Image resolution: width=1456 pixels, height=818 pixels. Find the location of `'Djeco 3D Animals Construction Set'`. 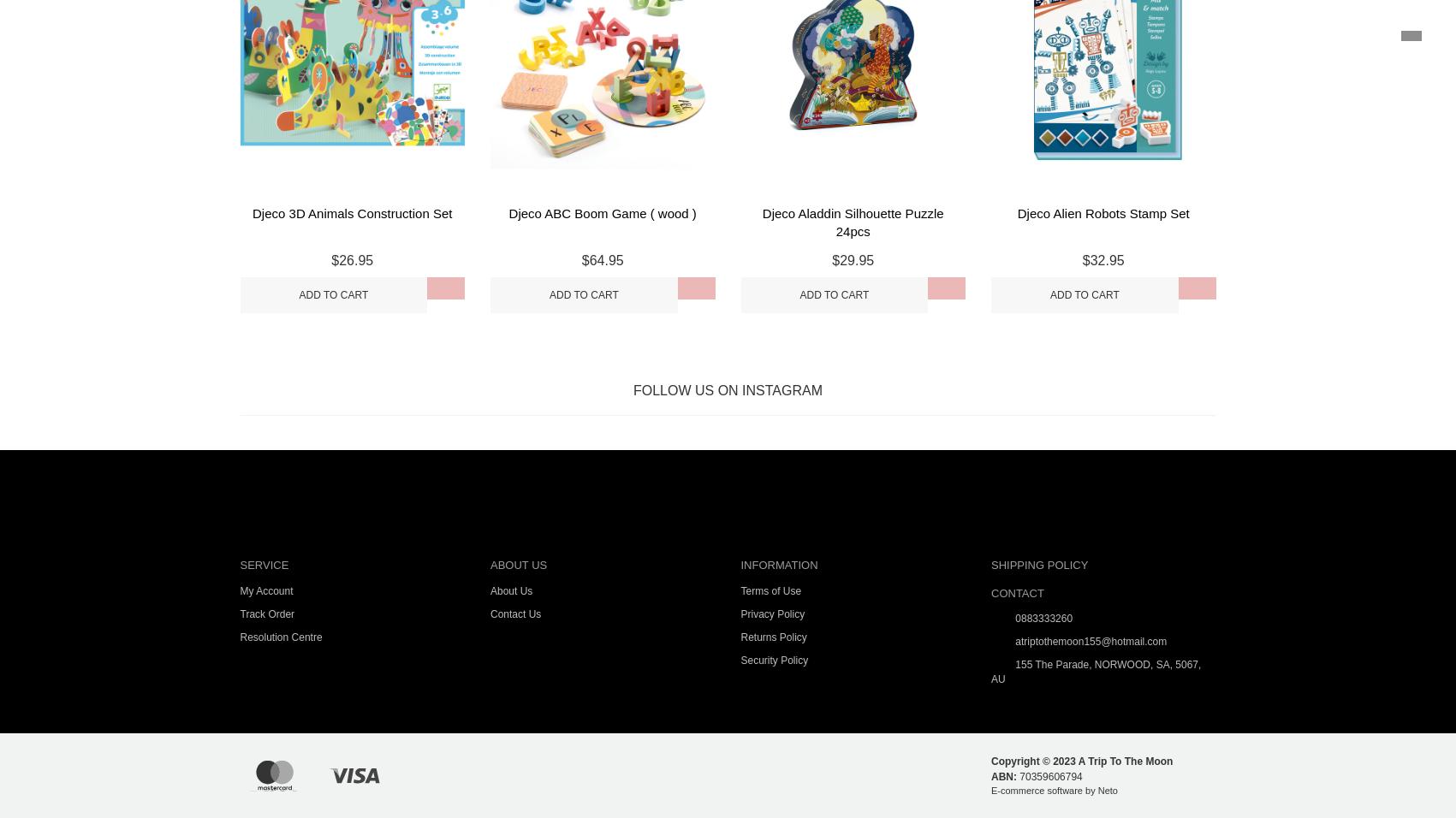

'Djeco 3D Animals Construction Set' is located at coordinates (351, 212).